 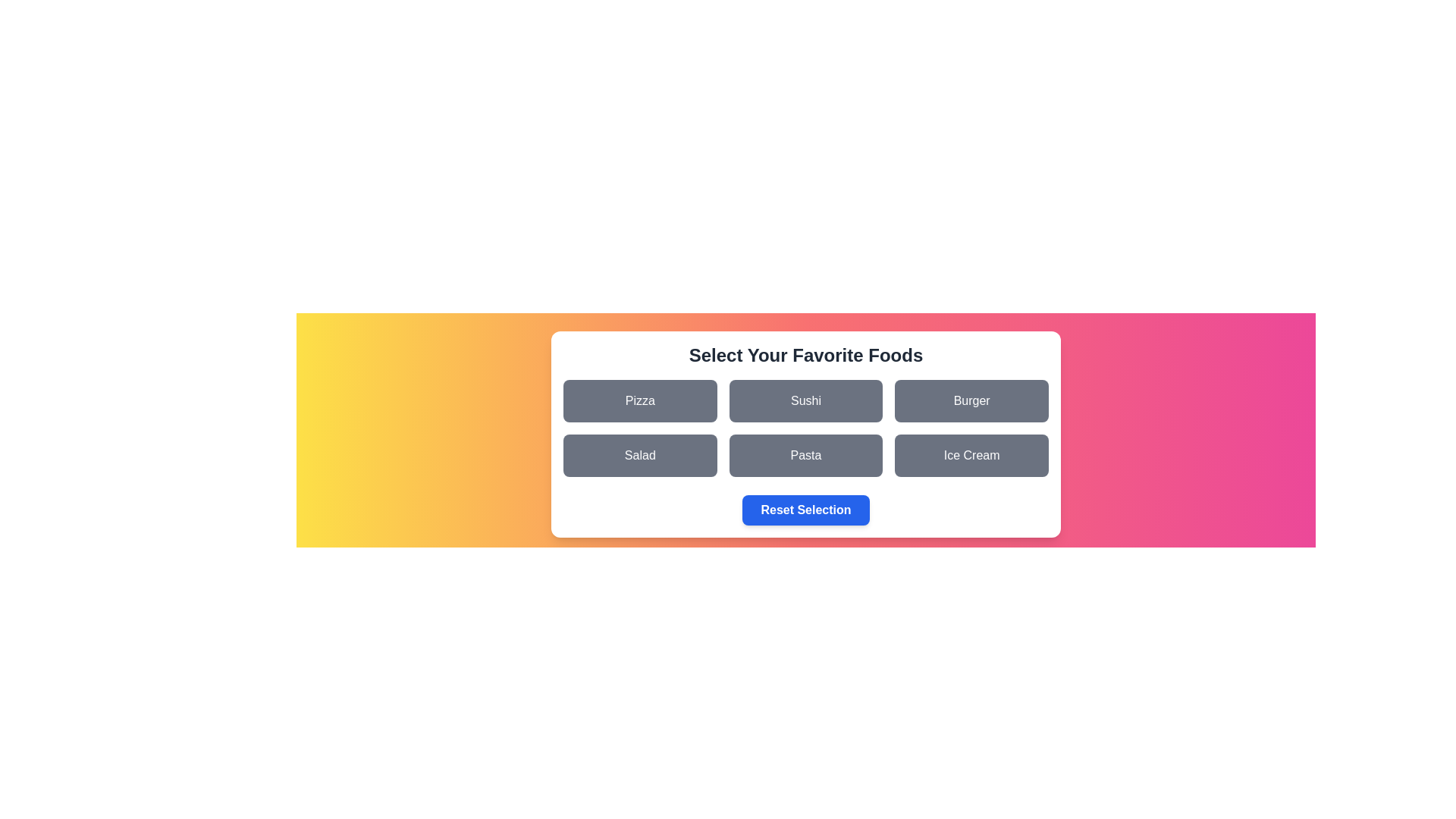 I want to click on the food item Burger, so click(x=971, y=400).